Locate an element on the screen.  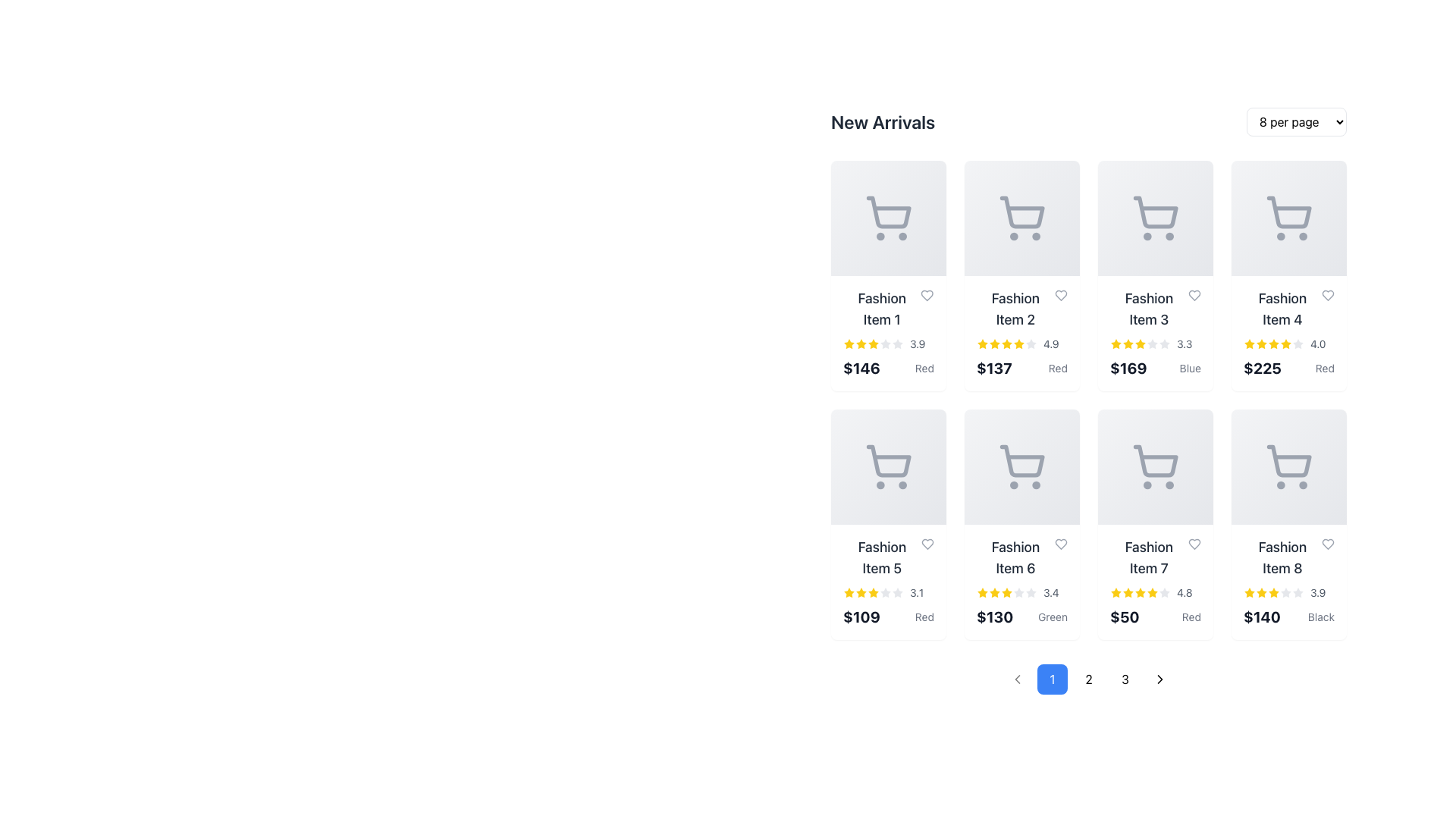
the heart-shaped icon button located in the top-right corner of the 'Fashion Item 3' product card within the 'New Arrivals' section is located at coordinates (1194, 295).